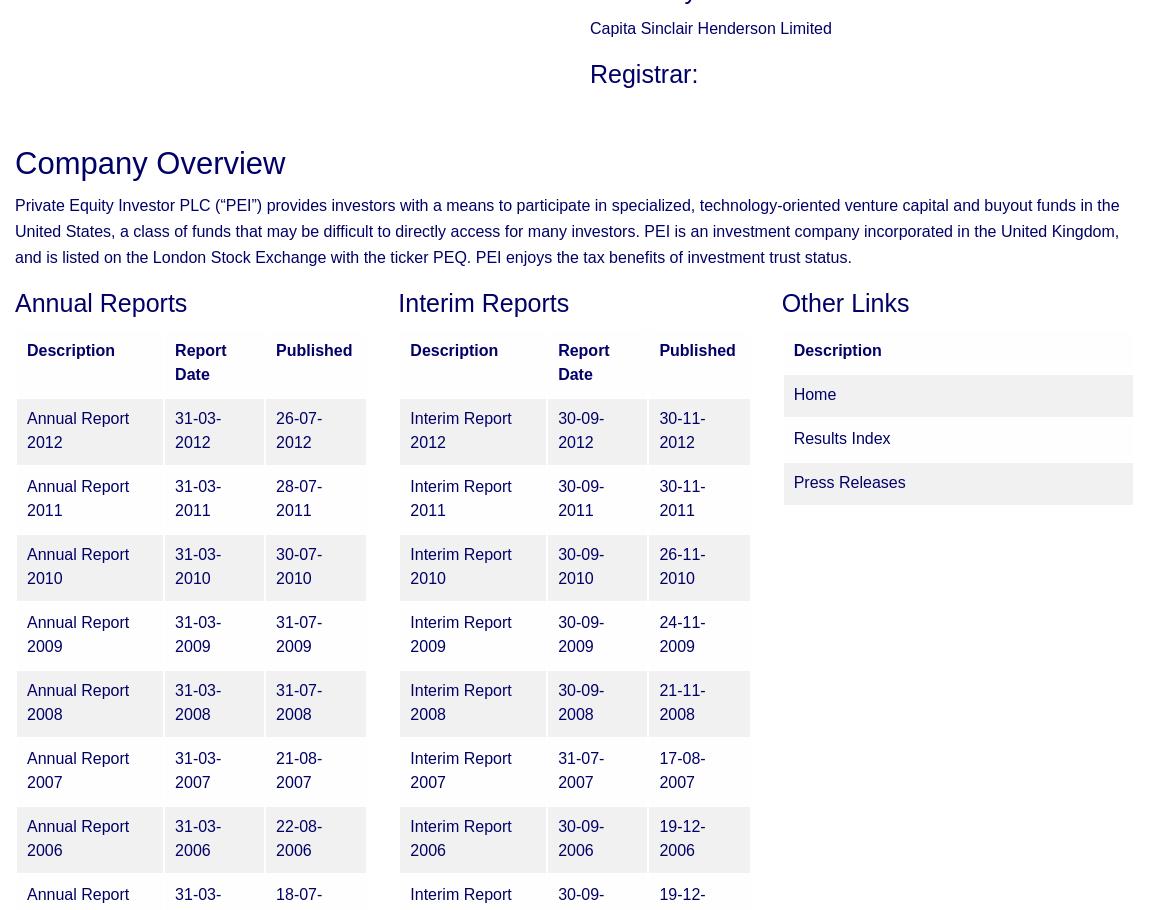 The image size is (1150, 910). Describe the element at coordinates (460, 838) in the screenshot. I see `'Interim Report 2006'` at that location.